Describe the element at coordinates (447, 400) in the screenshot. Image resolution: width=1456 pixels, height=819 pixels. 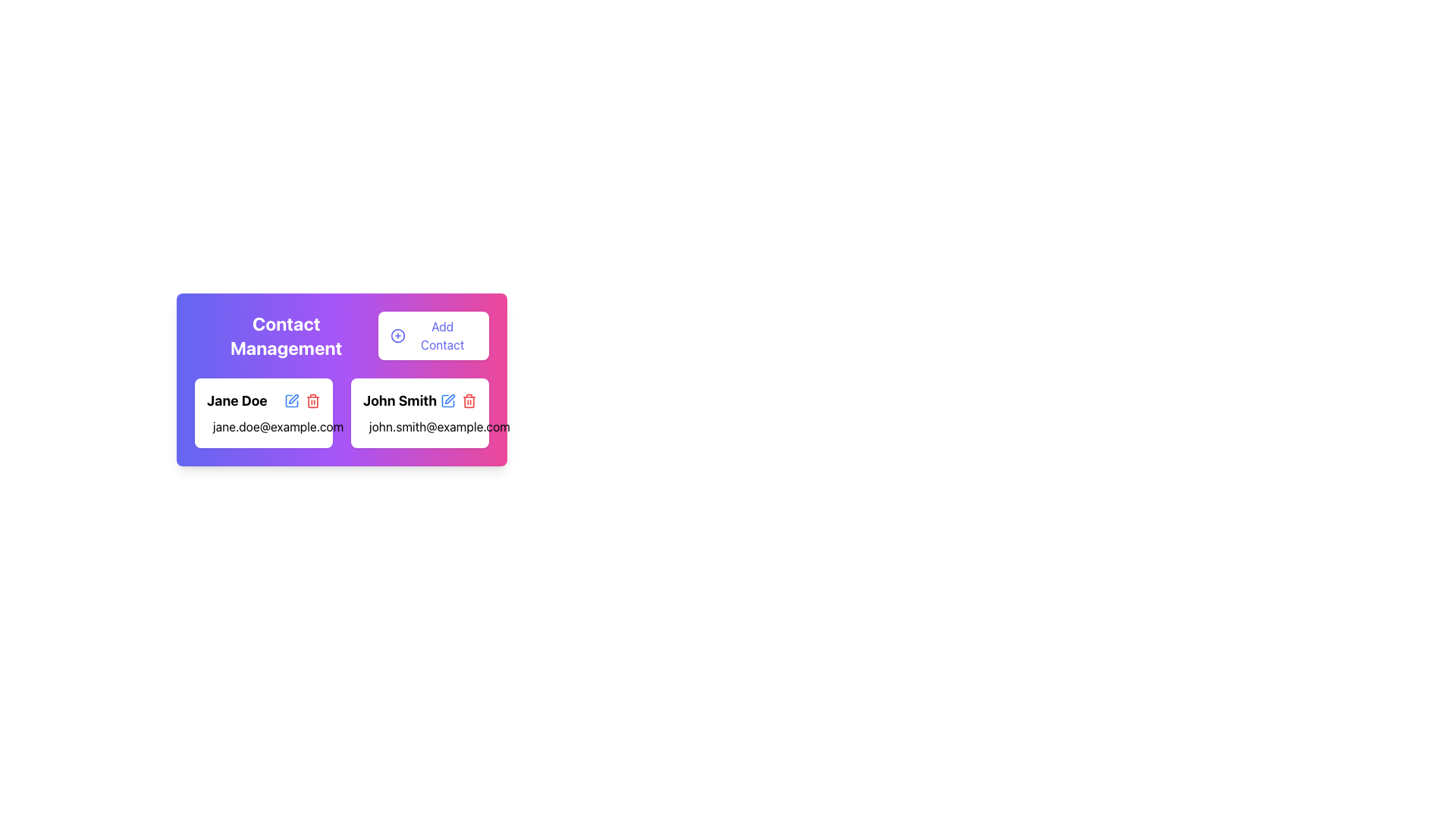
I see `the blue pen-shaped edit icon located to the right of 'John Smith' to change its appearance` at that location.